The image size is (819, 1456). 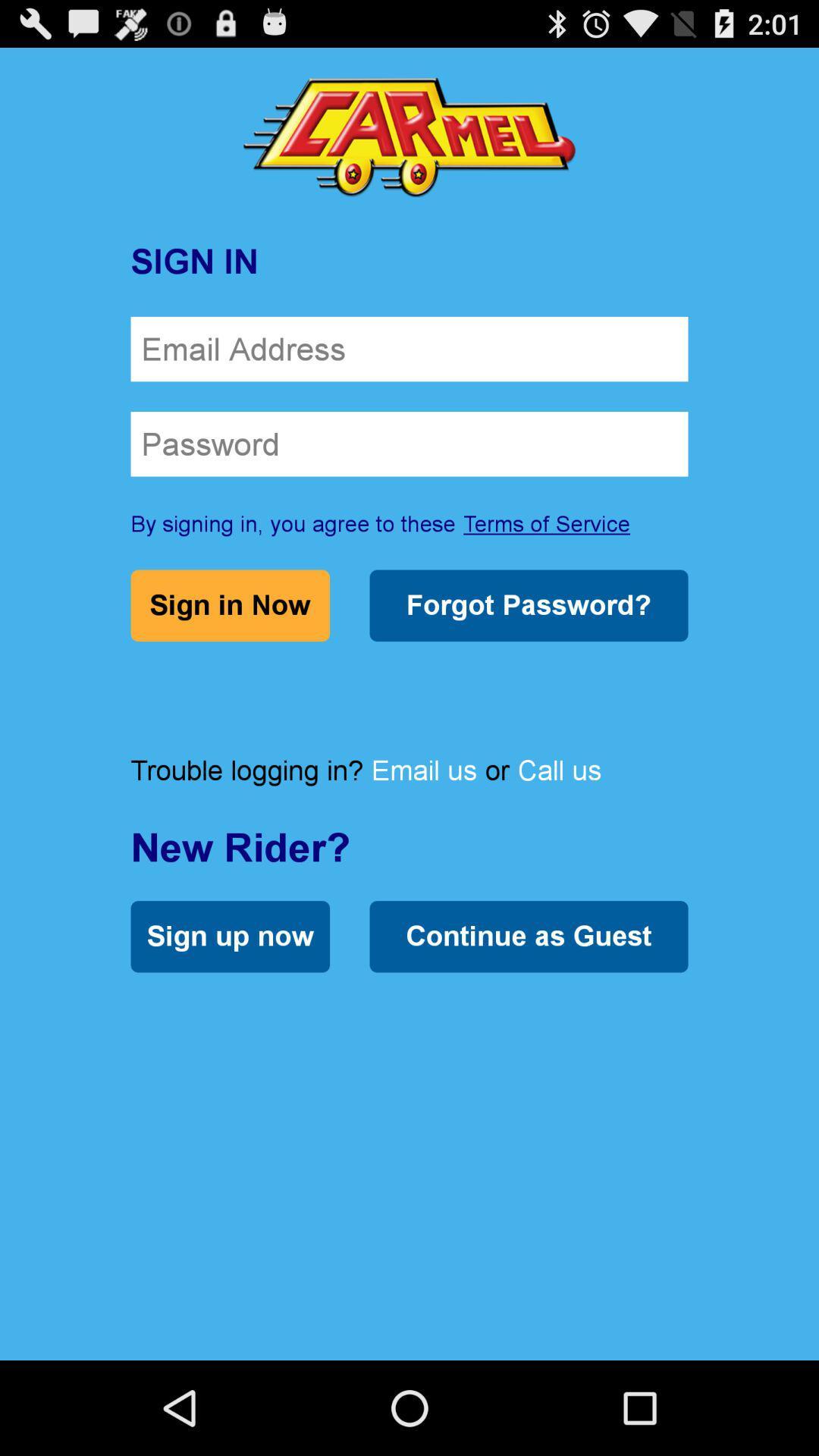 I want to click on terms of service icon, so click(x=547, y=523).